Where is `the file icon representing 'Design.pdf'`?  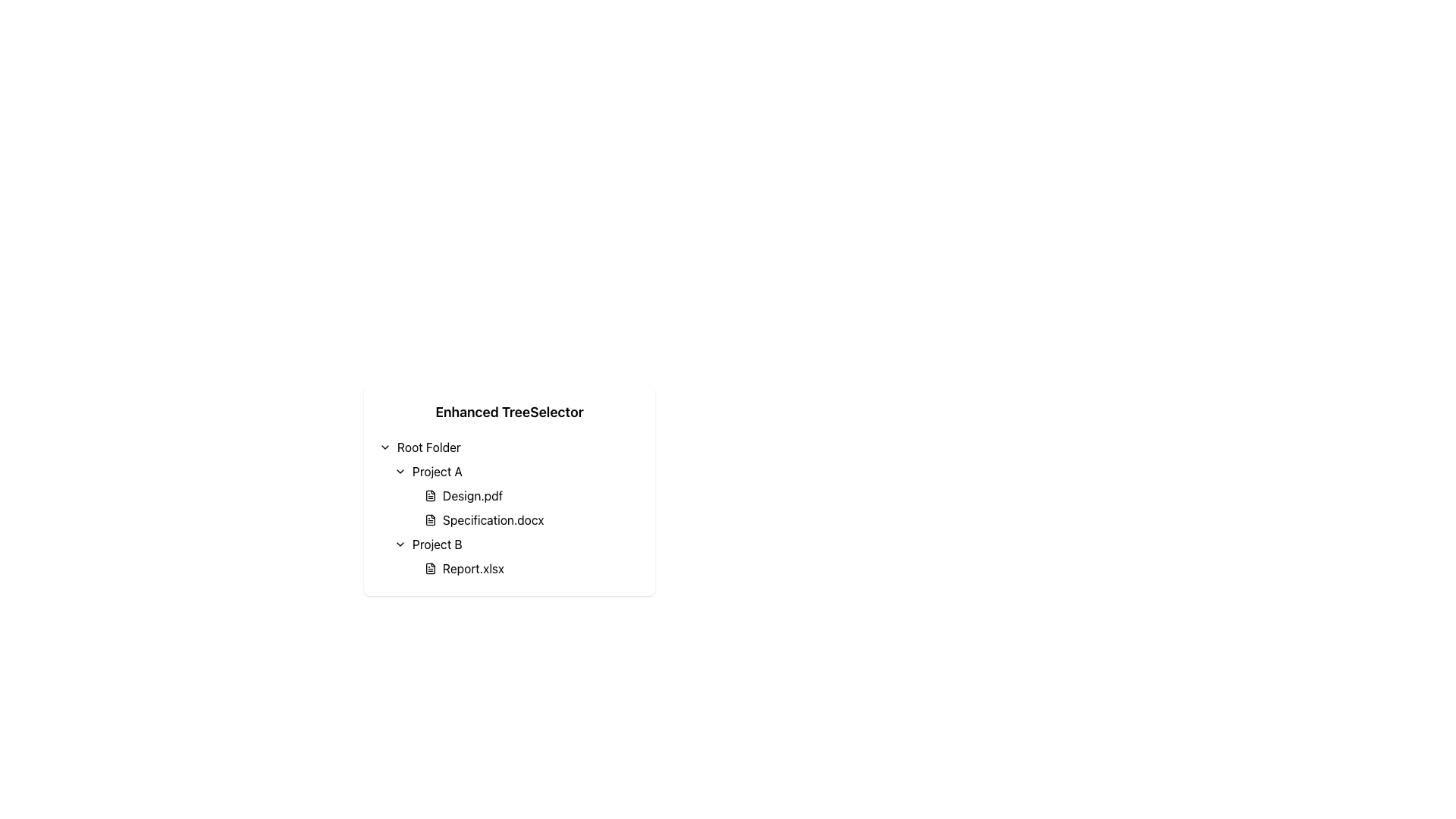 the file icon representing 'Design.pdf' is located at coordinates (429, 496).